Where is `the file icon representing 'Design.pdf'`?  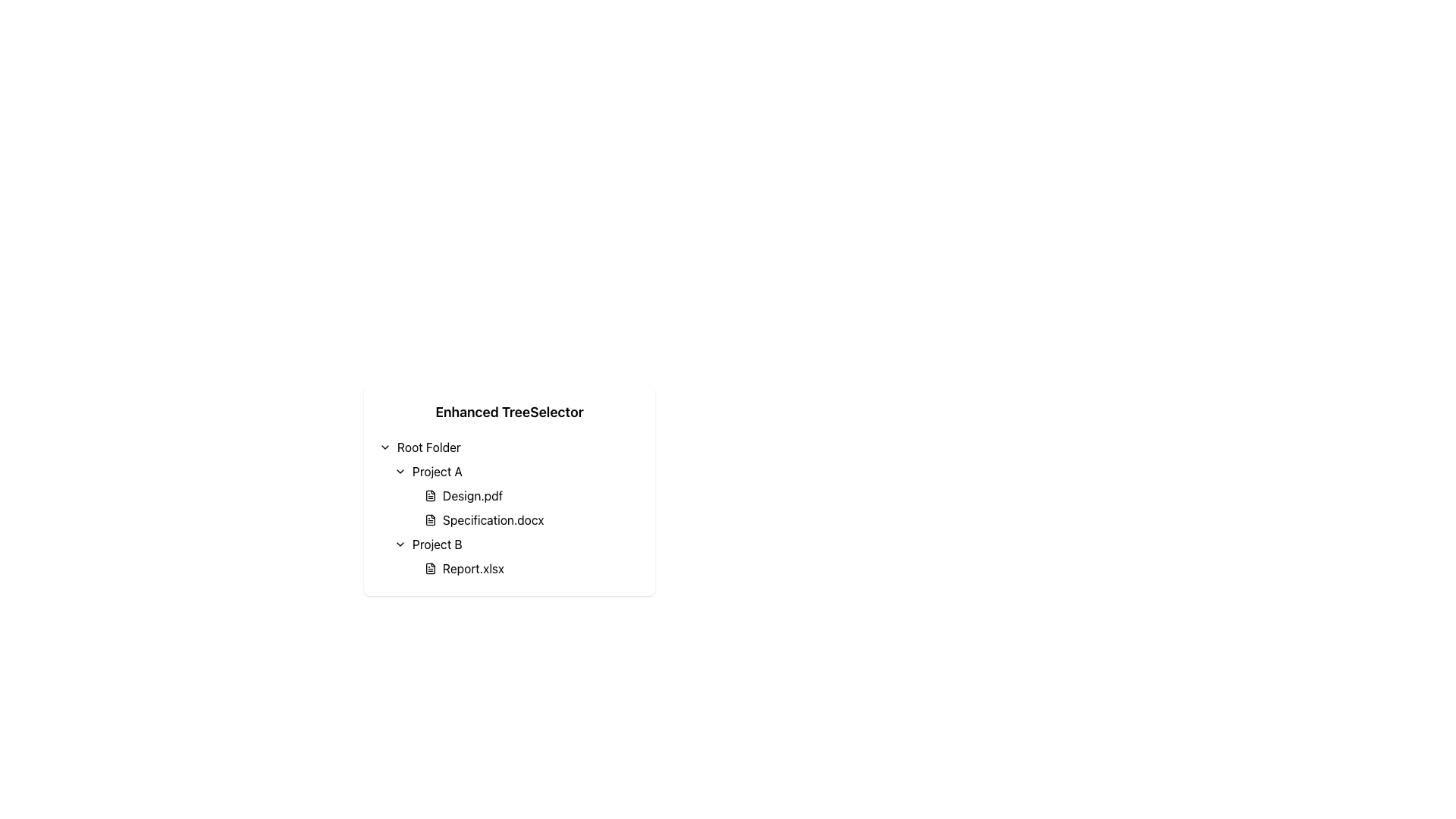 the file icon representing 'Design.pdf' is located at coordinates (429, 496).